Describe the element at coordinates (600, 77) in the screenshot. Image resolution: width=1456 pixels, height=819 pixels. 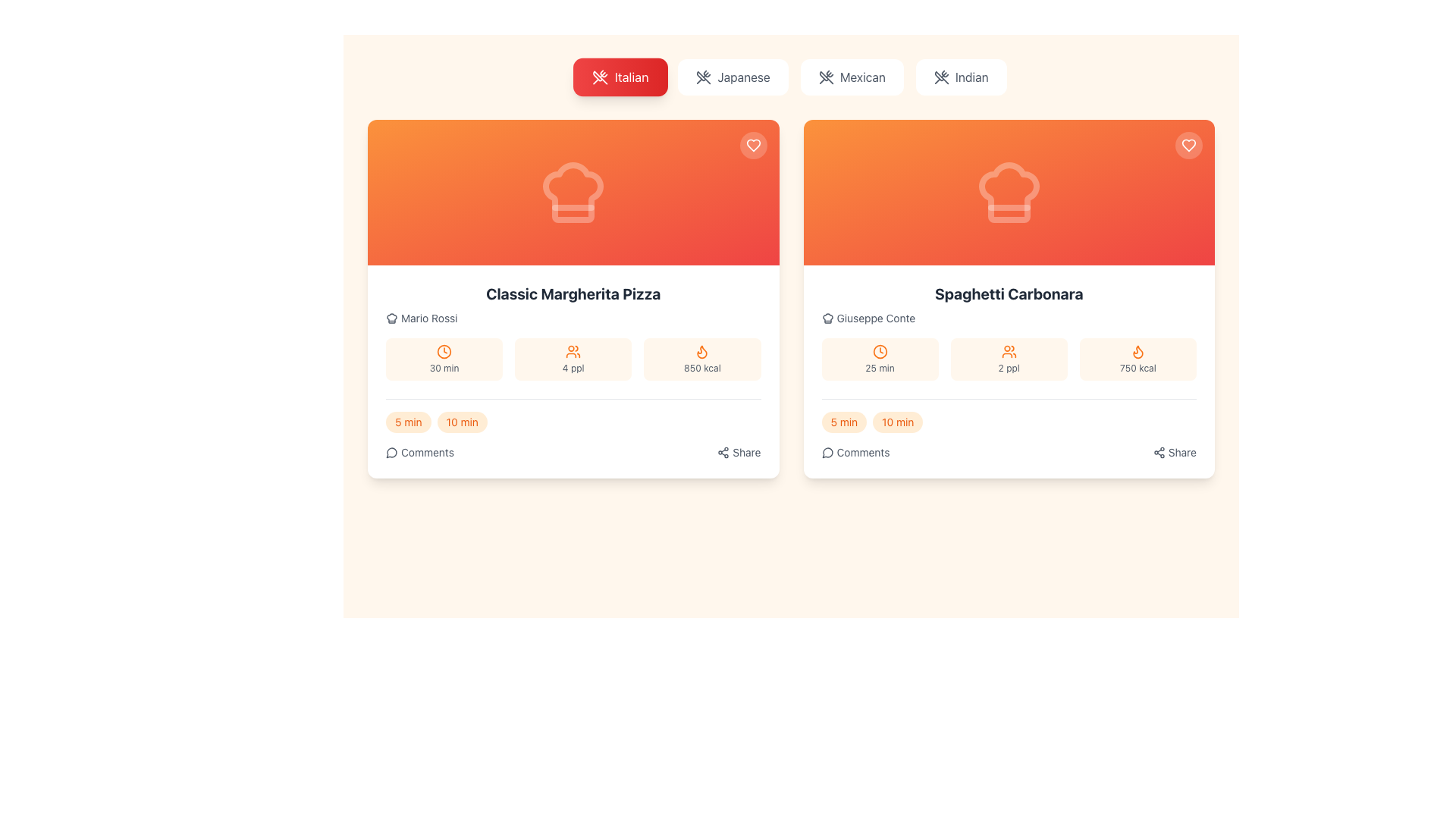
I see `the icon of crossed utensils (fork and knife) that is white on a red background, located next to the 'Italian' label` at that location.